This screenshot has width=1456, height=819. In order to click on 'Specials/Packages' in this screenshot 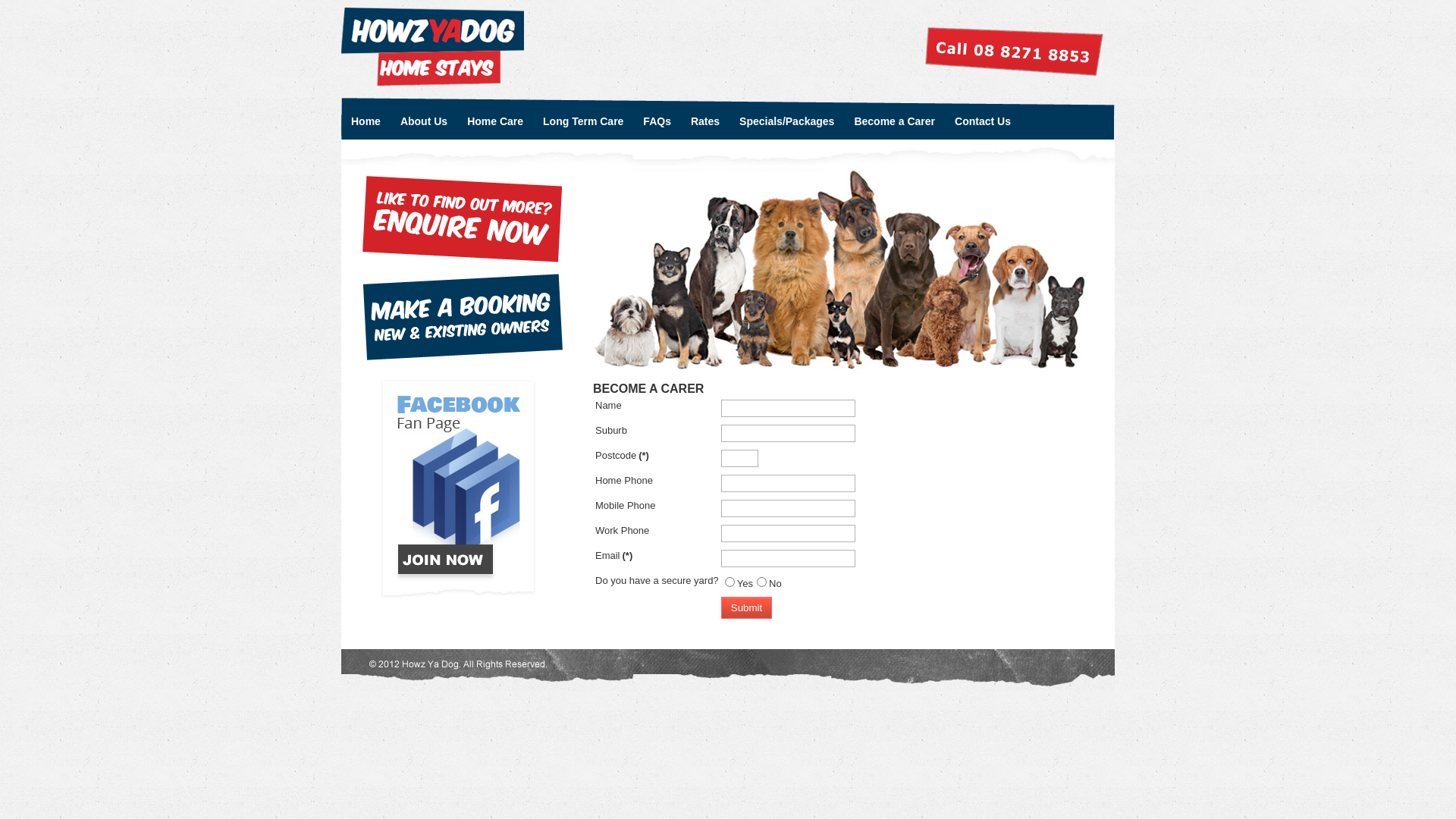, I will do `click(786, 117)`.